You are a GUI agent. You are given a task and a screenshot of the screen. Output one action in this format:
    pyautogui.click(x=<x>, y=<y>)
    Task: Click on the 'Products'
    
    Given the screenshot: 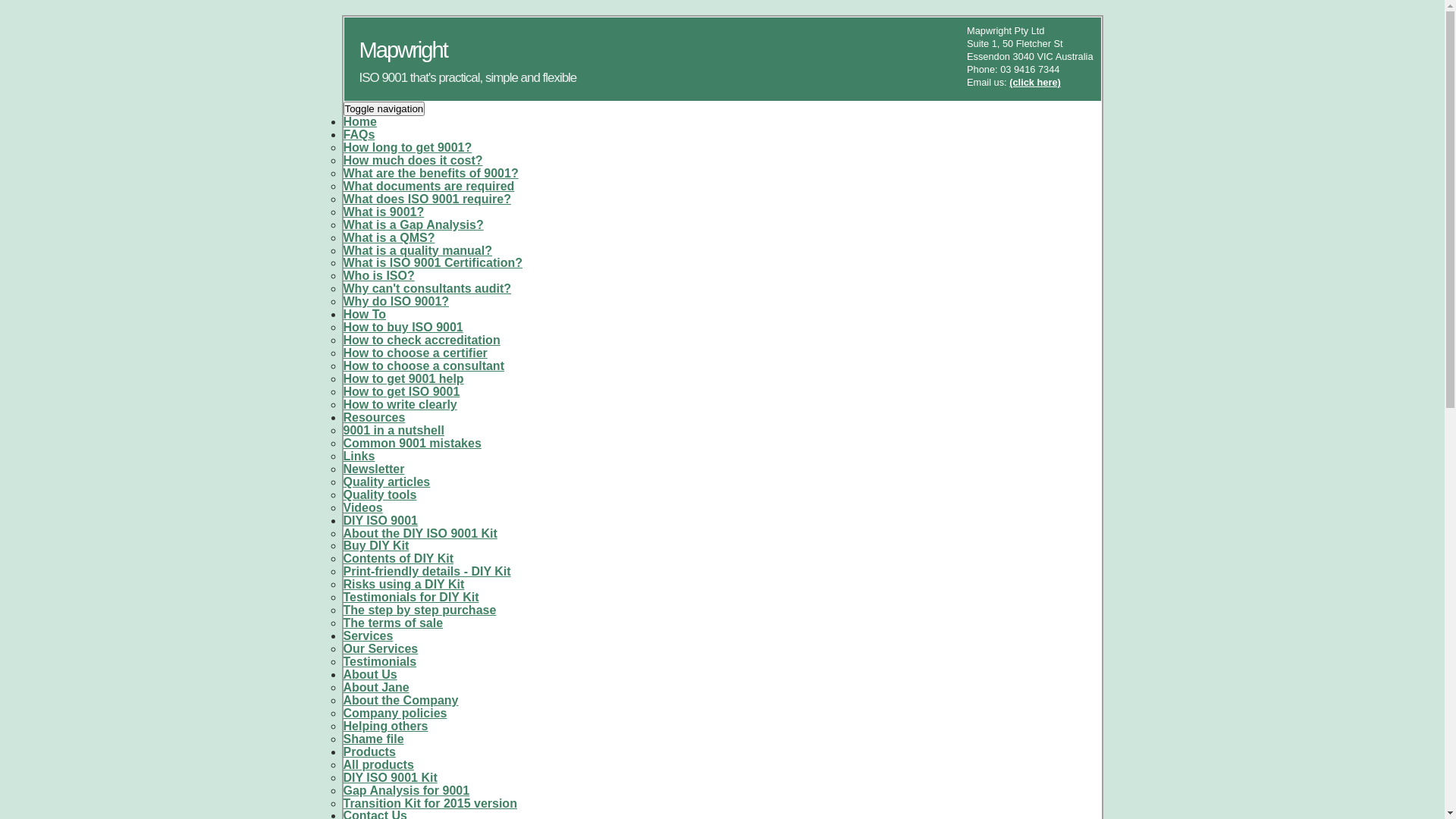 What is the action you would take?
    pyautogui.click(x=369, y=752)
    